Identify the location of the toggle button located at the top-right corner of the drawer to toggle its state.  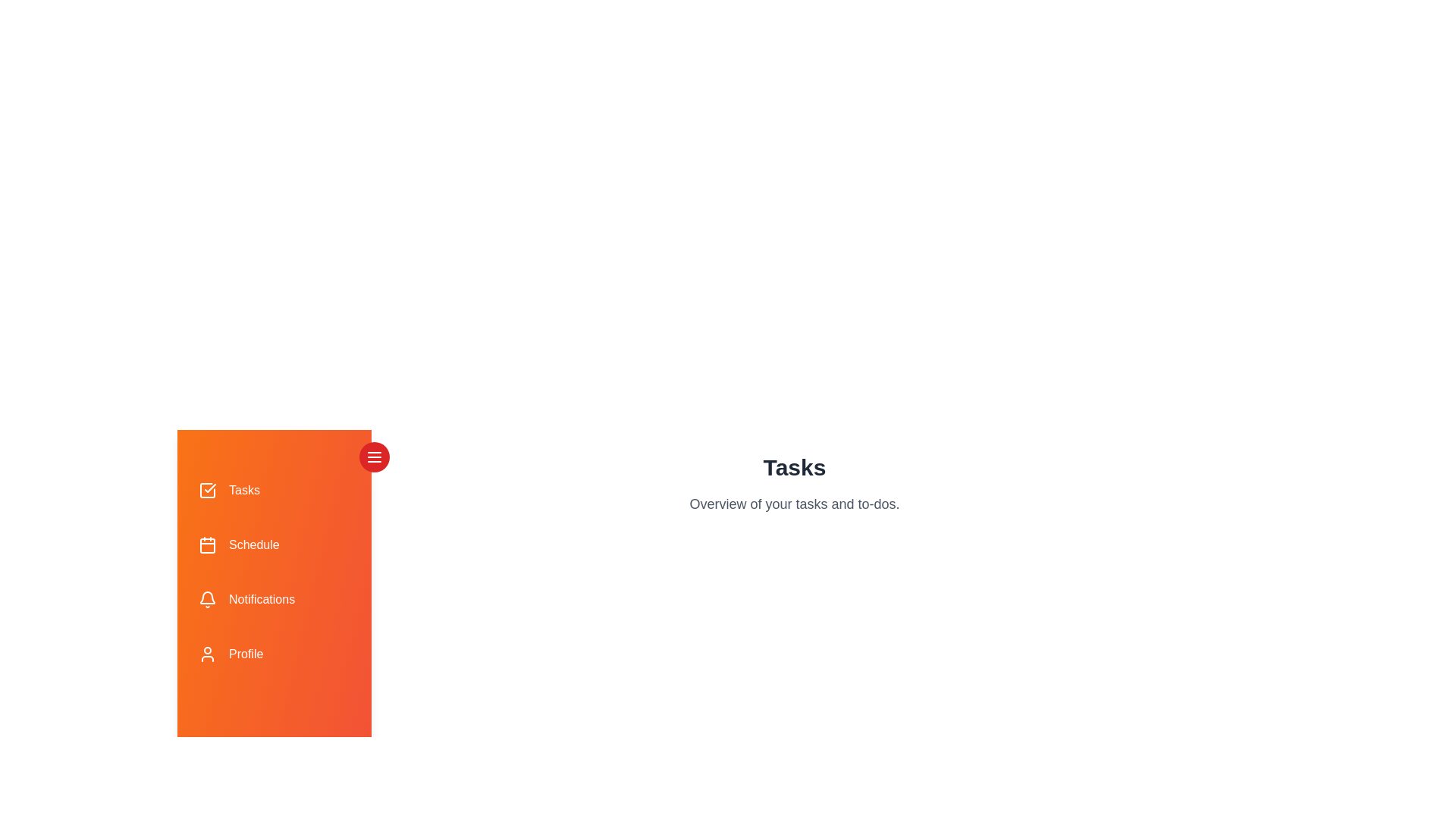
(375, 456).